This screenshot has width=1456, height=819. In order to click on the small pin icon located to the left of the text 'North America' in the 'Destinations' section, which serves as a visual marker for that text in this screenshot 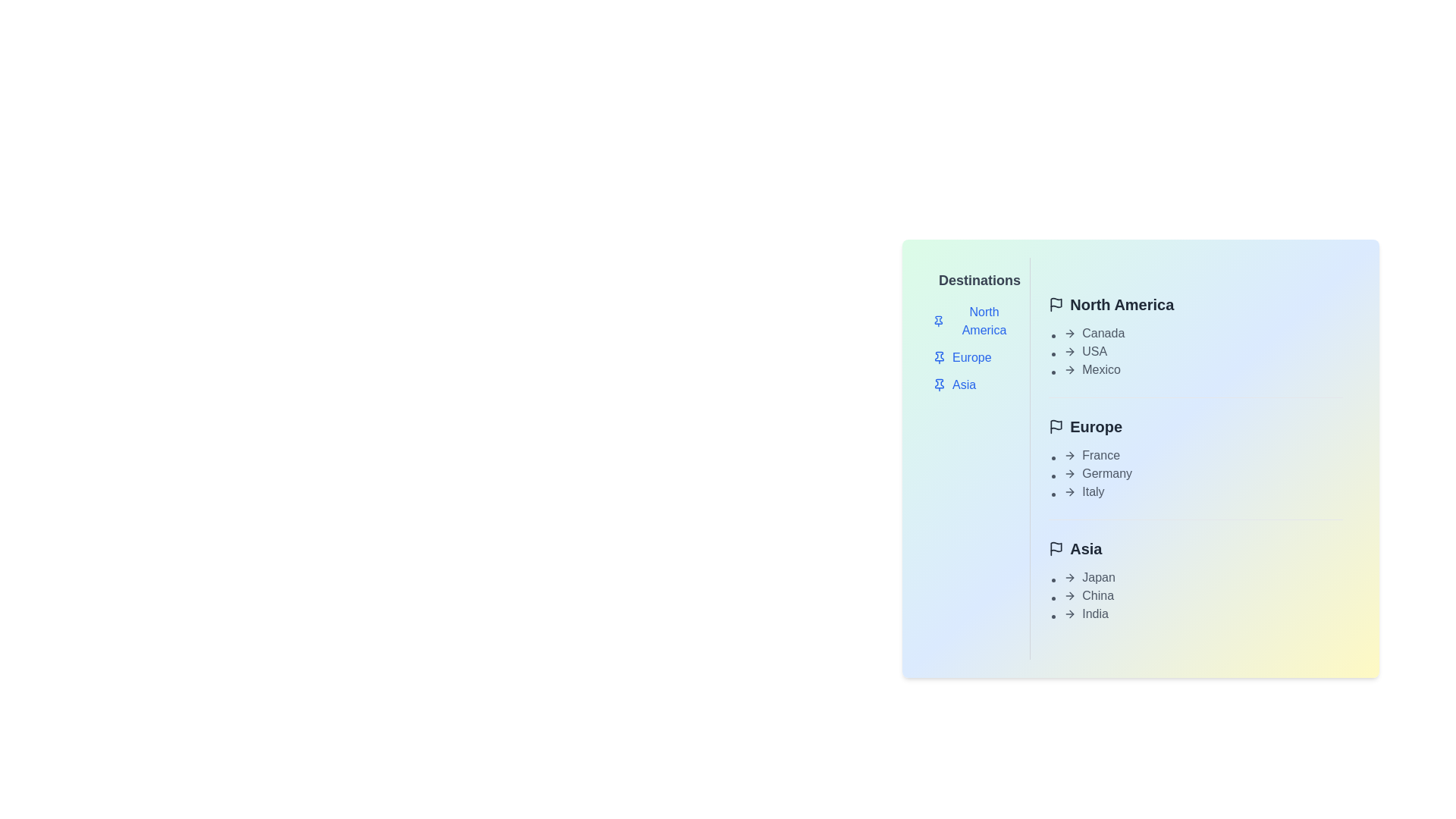, I will do `click(937, 321)`.